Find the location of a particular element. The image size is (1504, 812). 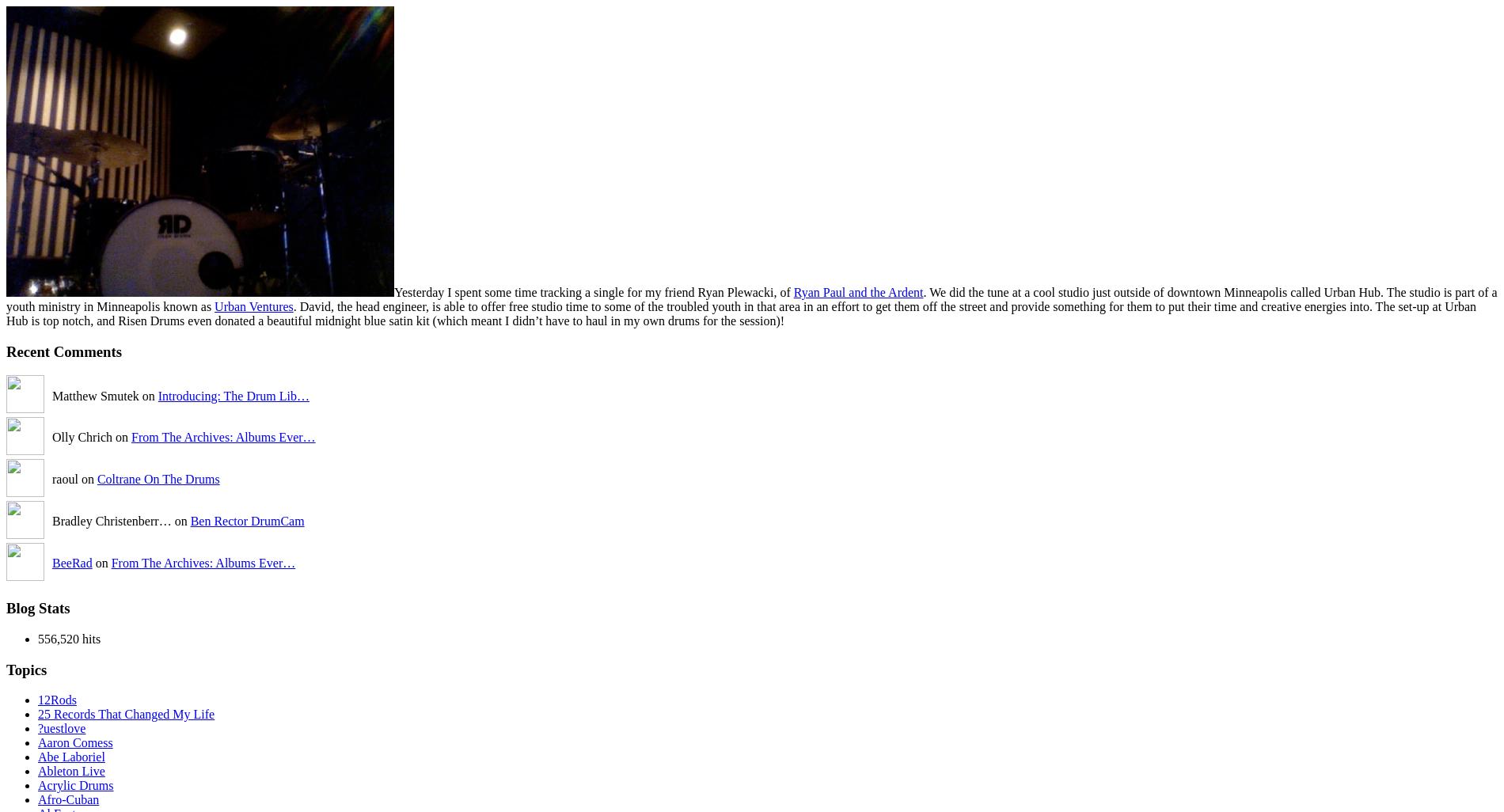

'on' is located at coordinates (101, 561).